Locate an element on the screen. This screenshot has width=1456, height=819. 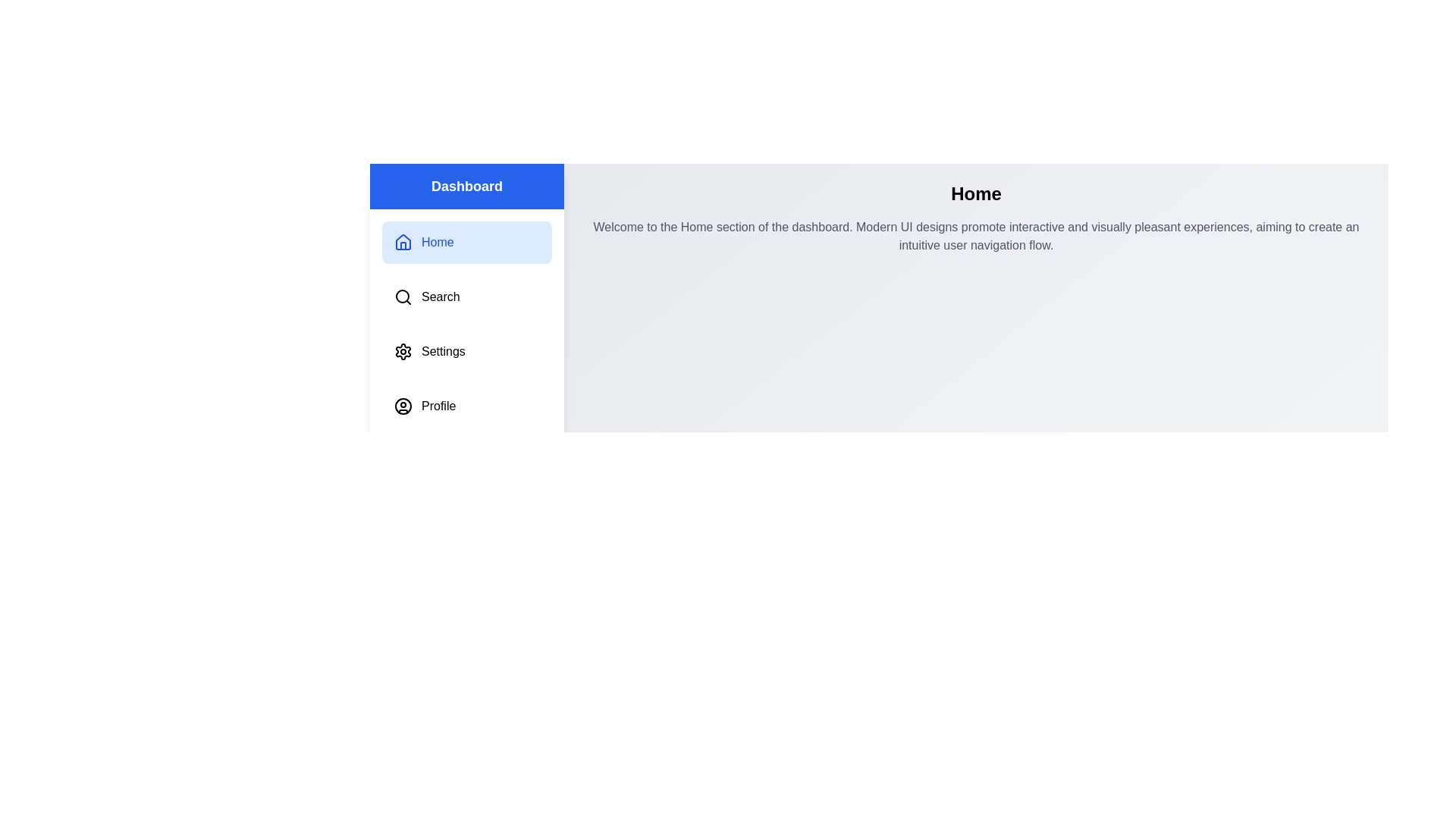
the menu item labeled Profile is located at coordinates (466, 406).